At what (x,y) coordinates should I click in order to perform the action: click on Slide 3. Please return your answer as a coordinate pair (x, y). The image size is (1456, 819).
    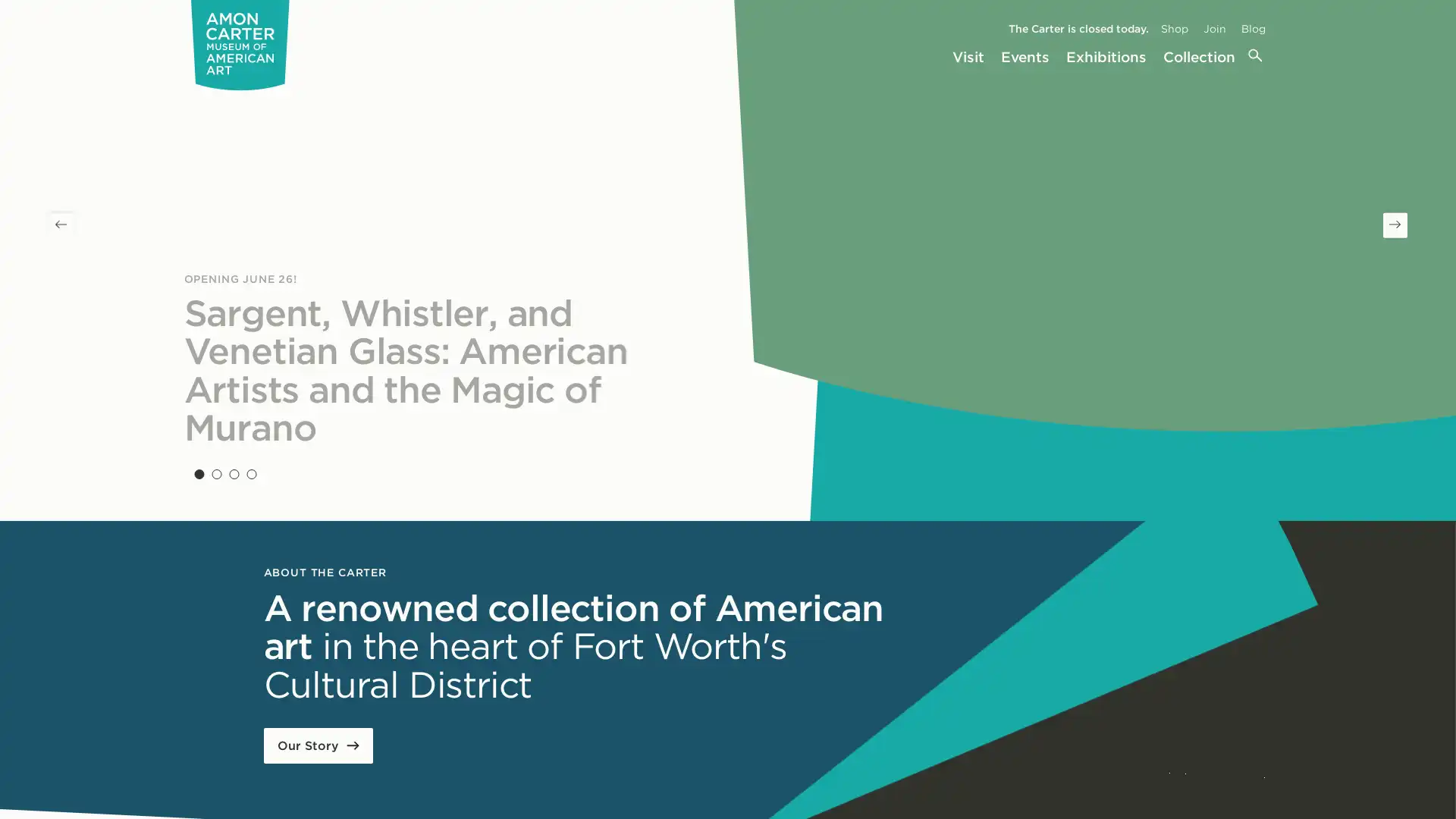
    Looking at the image, I should click on (233, 473).